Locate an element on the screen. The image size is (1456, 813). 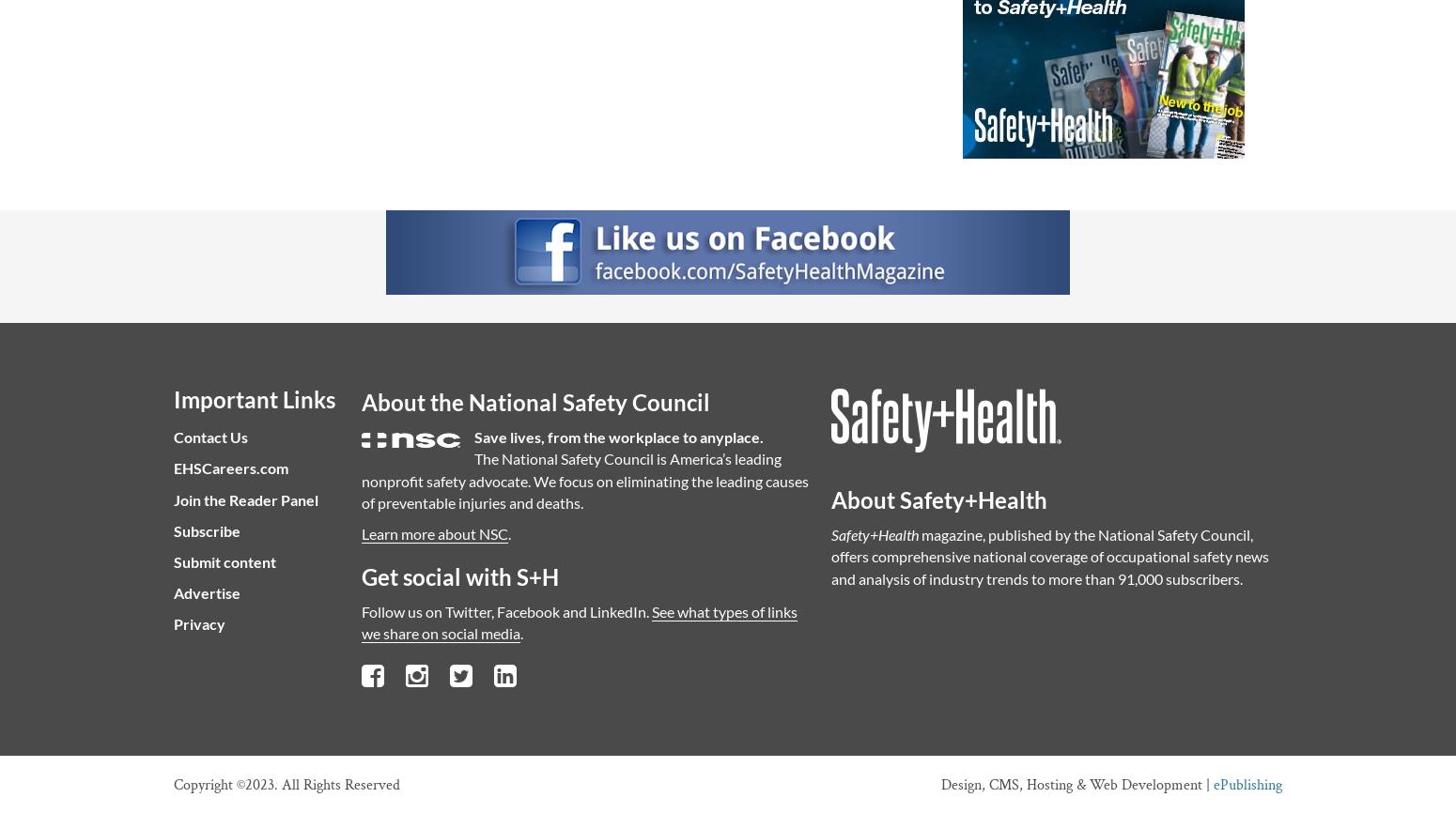
'Learn more about NSC' is located at coordinates (361, 533).